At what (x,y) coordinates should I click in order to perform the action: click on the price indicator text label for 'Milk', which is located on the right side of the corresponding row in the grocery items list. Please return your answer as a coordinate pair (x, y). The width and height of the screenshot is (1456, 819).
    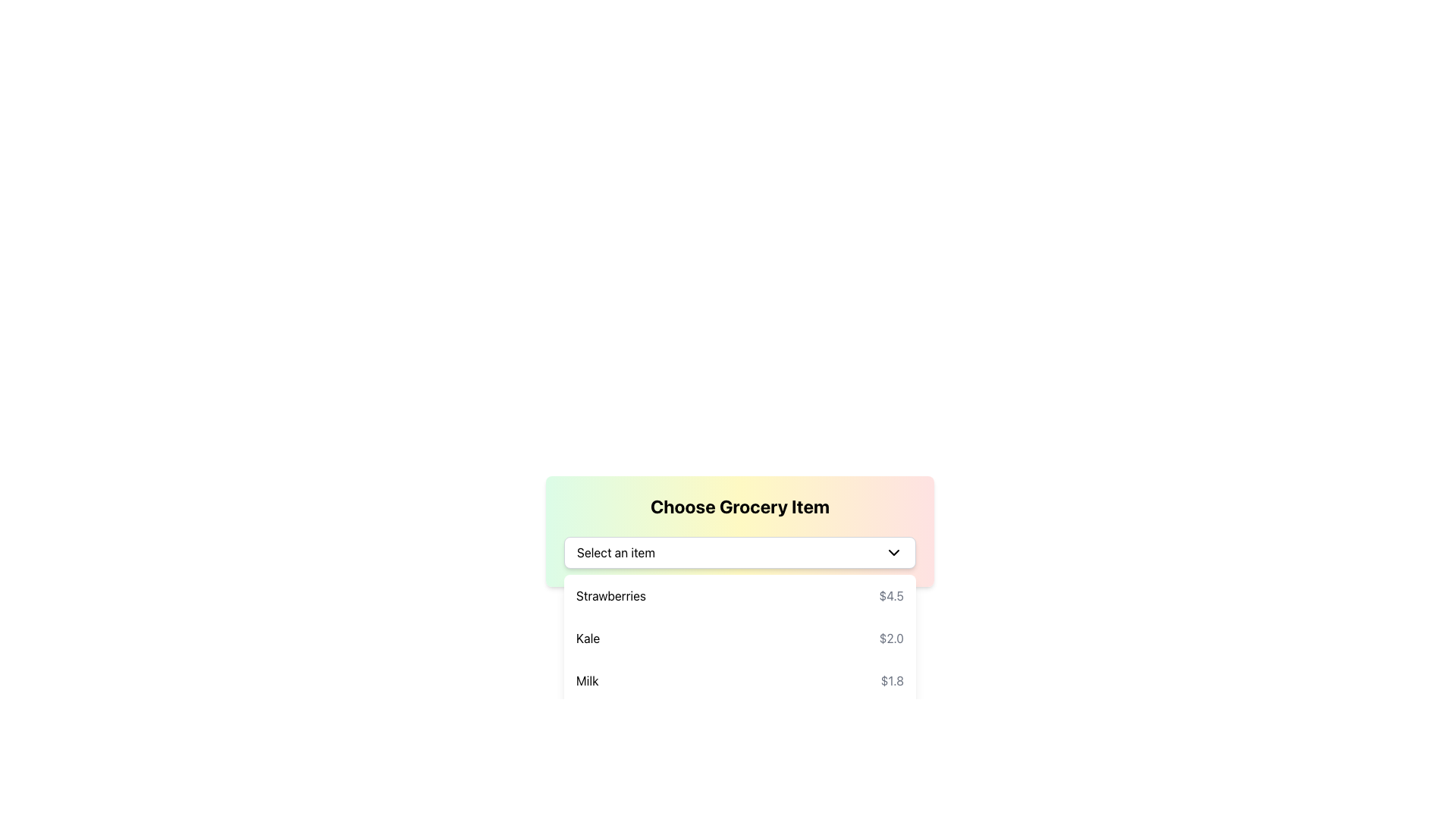
    Looking at the image, I should click on (892, 680).